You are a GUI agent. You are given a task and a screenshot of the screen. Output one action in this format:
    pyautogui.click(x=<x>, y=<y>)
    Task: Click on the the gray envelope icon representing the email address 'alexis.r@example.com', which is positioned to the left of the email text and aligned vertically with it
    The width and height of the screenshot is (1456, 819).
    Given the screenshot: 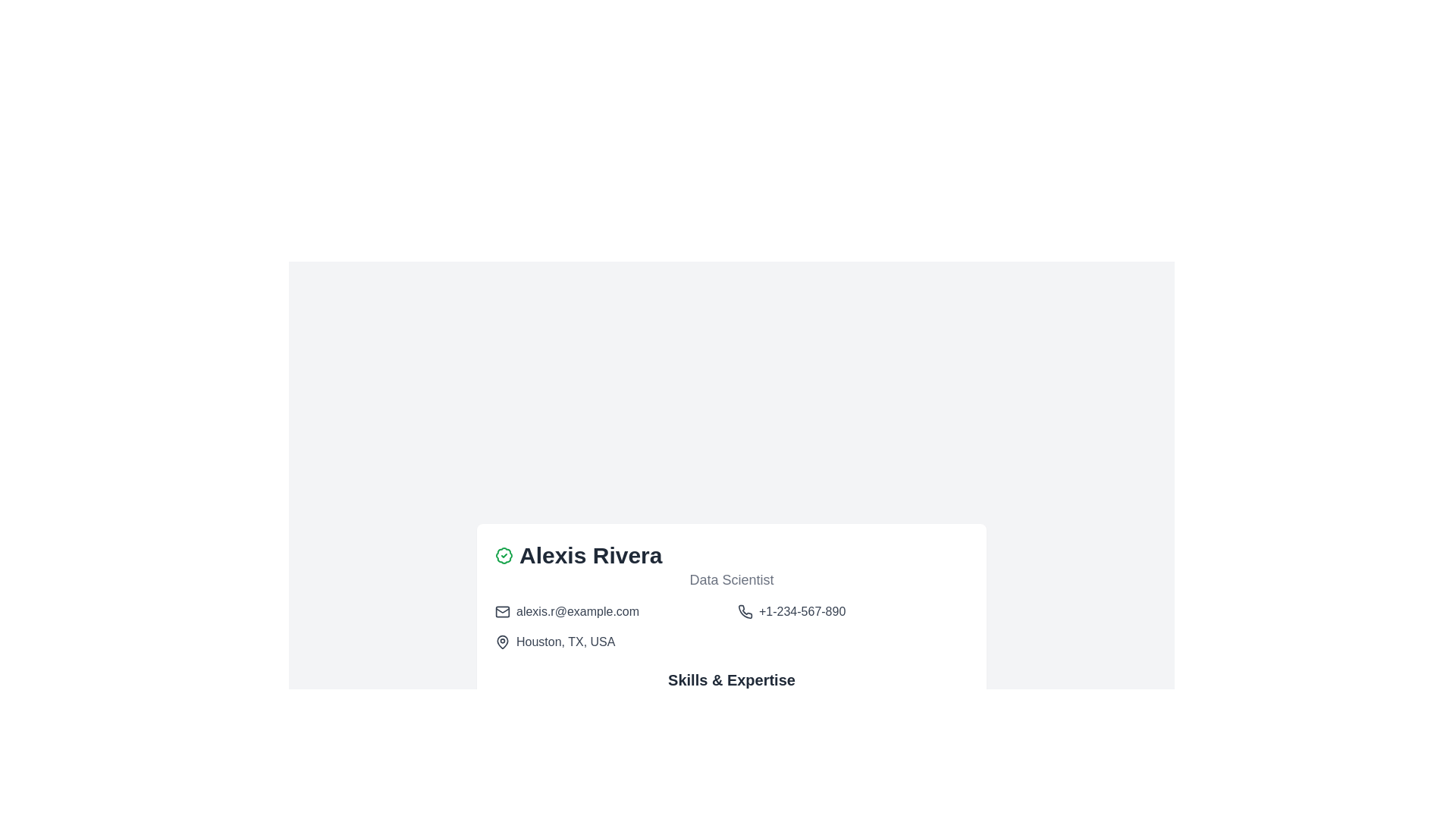 What is the action you would take?
    pyautogui.click(x=502, y=610)
    